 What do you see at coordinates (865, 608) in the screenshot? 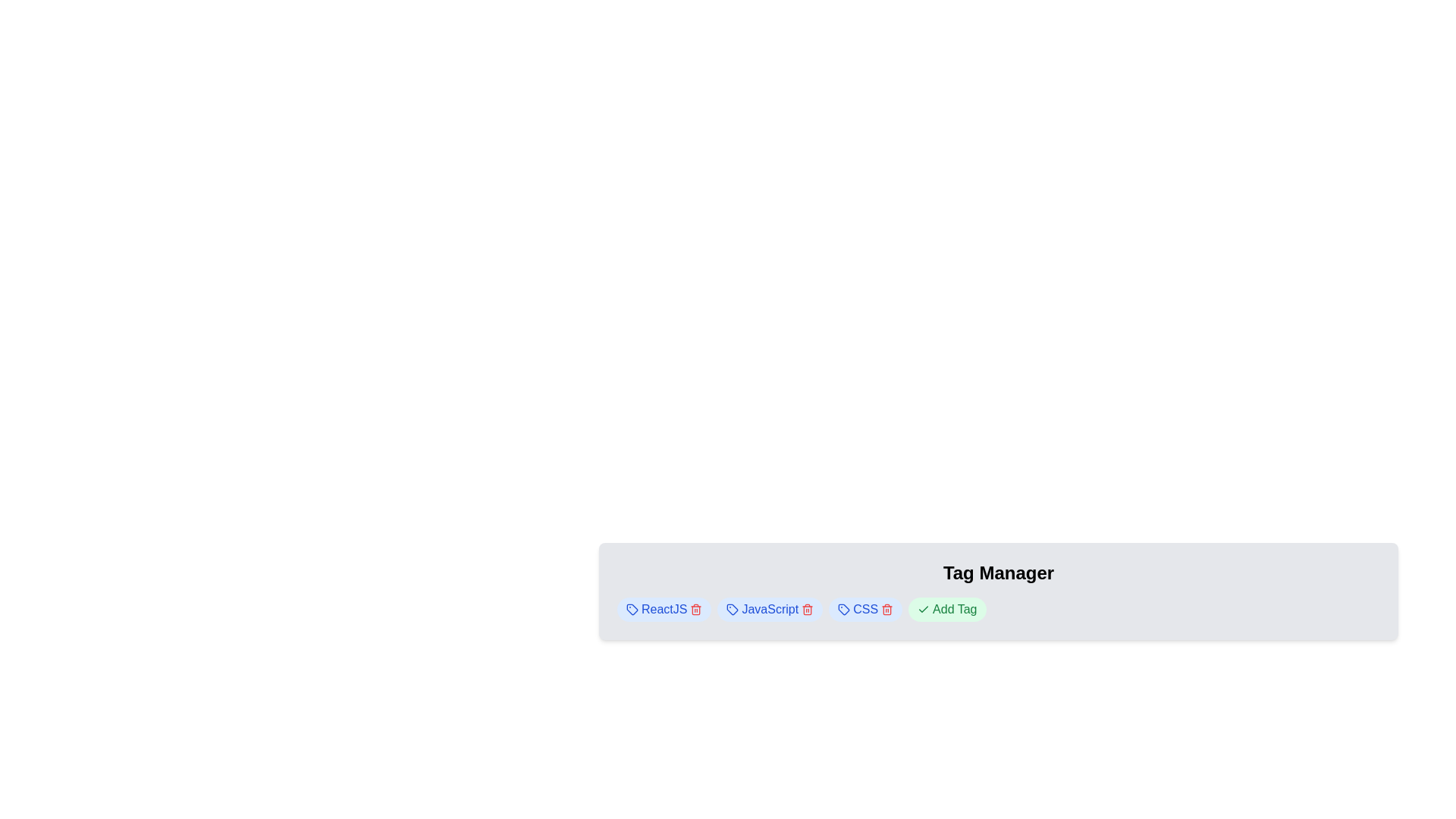
I see `the tag labeled 'CSS' which is displayed in bold, blue font with a light blue background, located` at bounding box center [865, 608].